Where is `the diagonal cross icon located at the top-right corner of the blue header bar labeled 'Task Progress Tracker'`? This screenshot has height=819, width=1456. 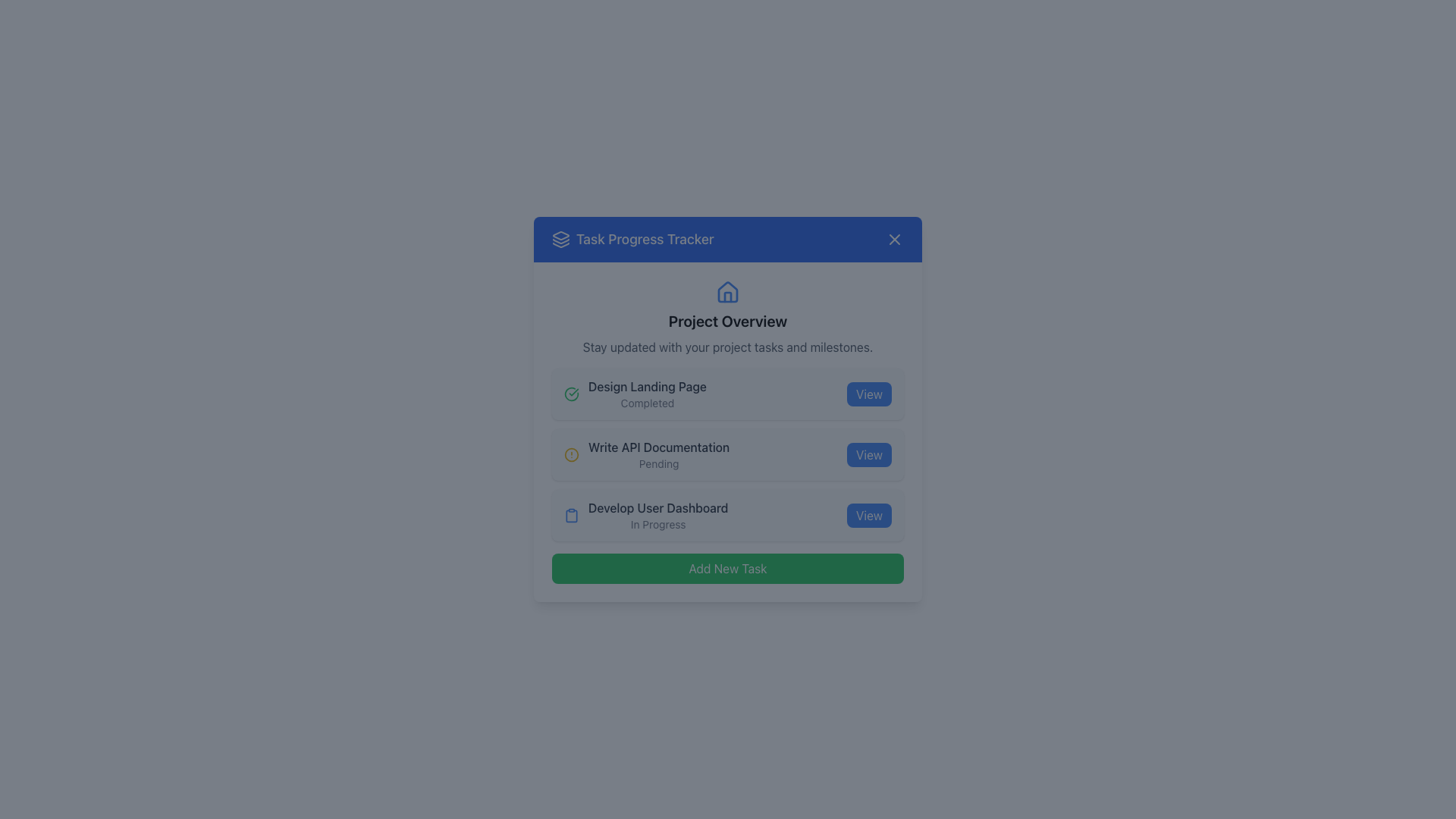
the diagonal cross icon located at the top-right corner of the blue header bar labeled 'Task Progress Tracker' is located at coordinates (895, 239).